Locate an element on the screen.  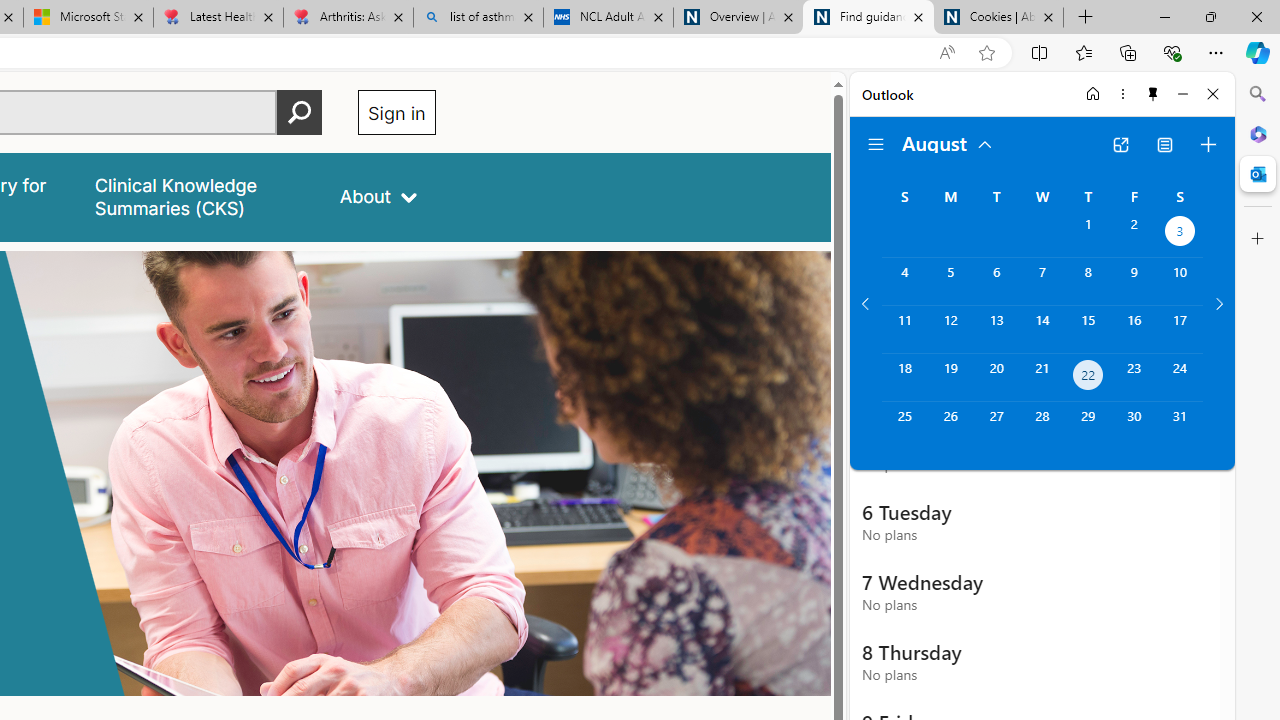
'Read aloud this page (Ctrl+Shift+U)' is located at coordinates (945, 52).